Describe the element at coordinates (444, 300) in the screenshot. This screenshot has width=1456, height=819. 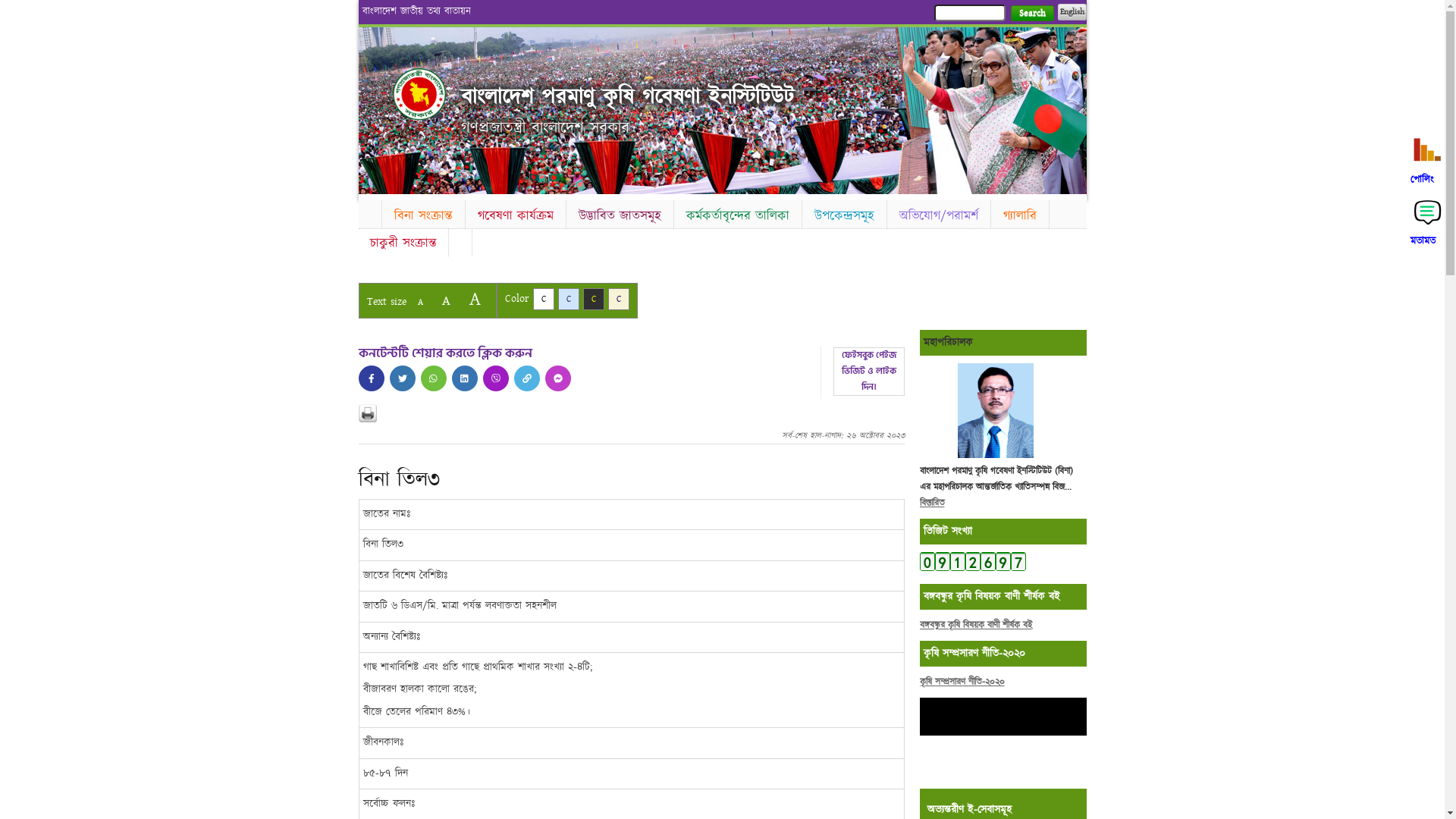
I see `'A'` at that location.